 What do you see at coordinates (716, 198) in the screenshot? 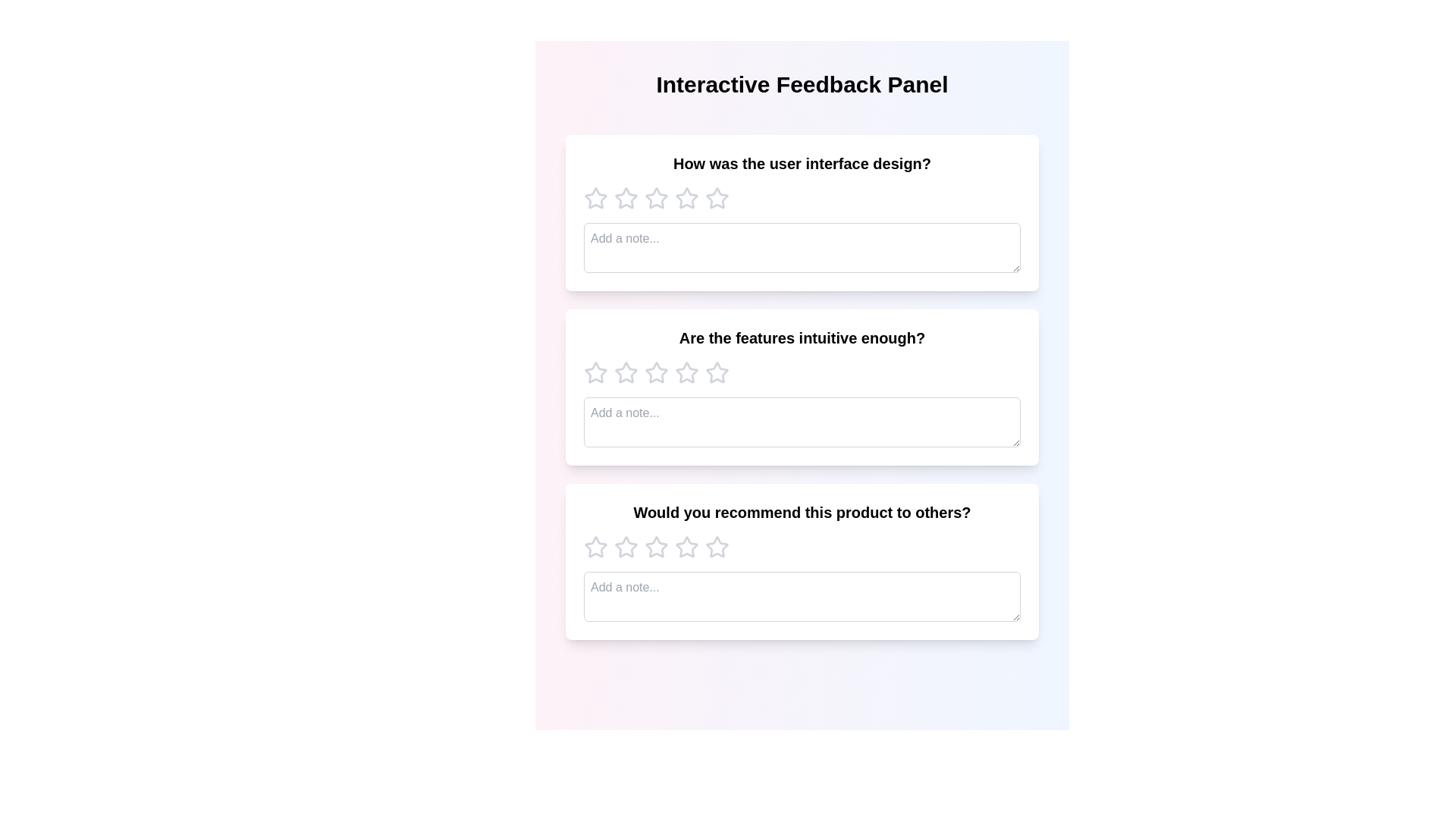
I see `the rating for a feedback prompt to 5 stars` at bounding box center [716, 198].